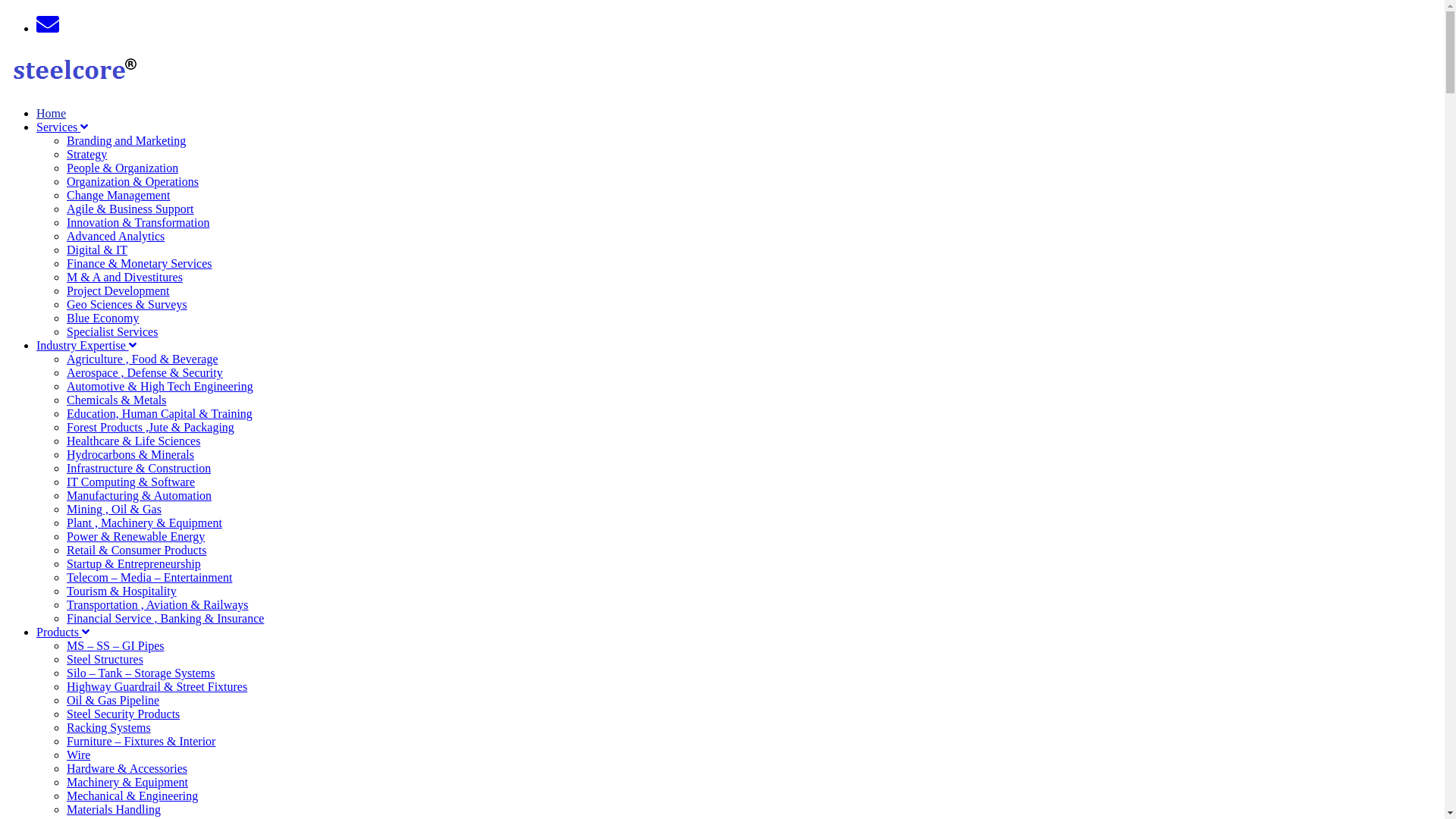 The image size is (1456, 819). I want to click on 'Chemicals & Metals', so click(115, 399).